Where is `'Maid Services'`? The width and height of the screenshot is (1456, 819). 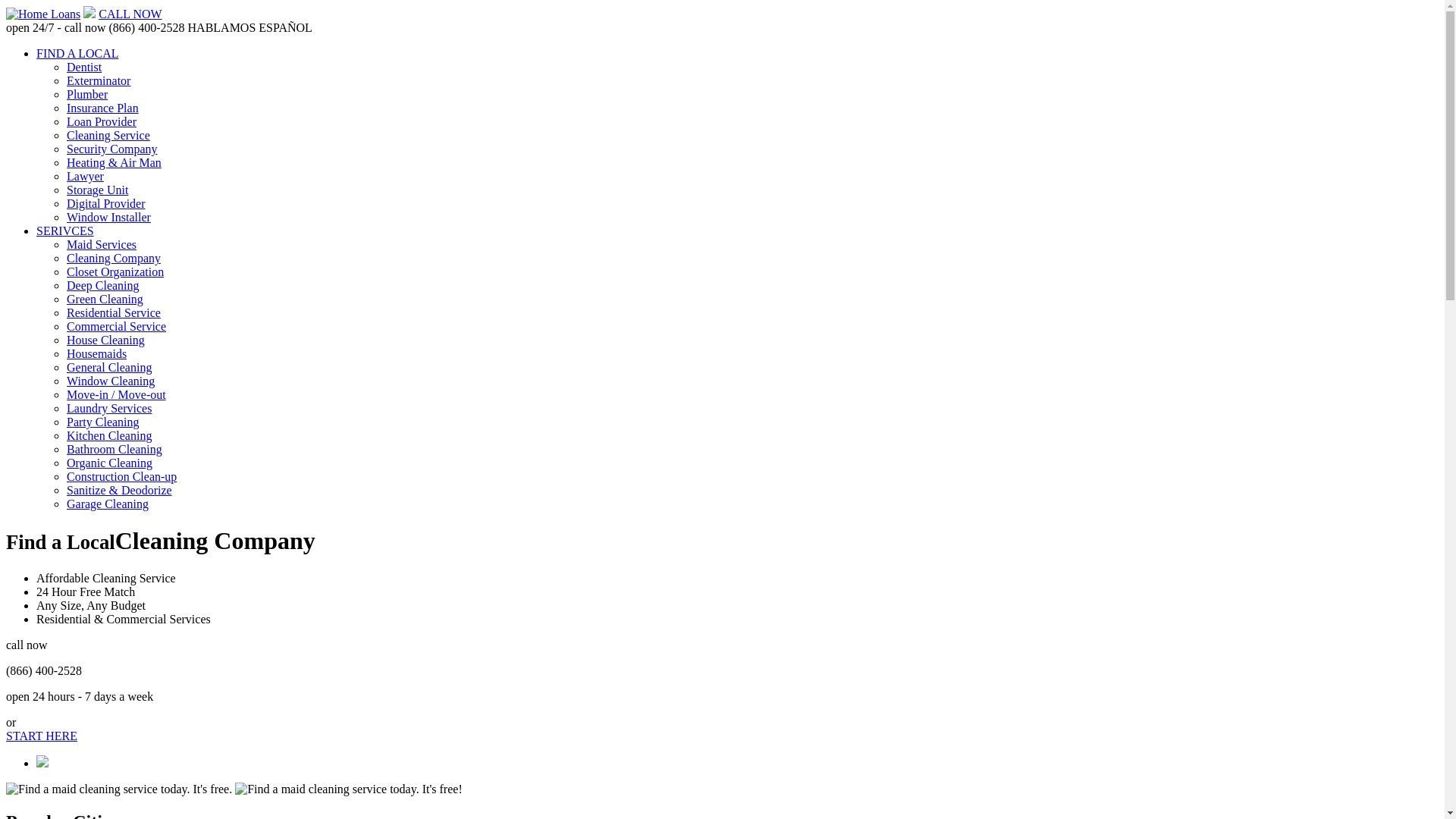
'Maid Services' is located at coordinates (101, 243).